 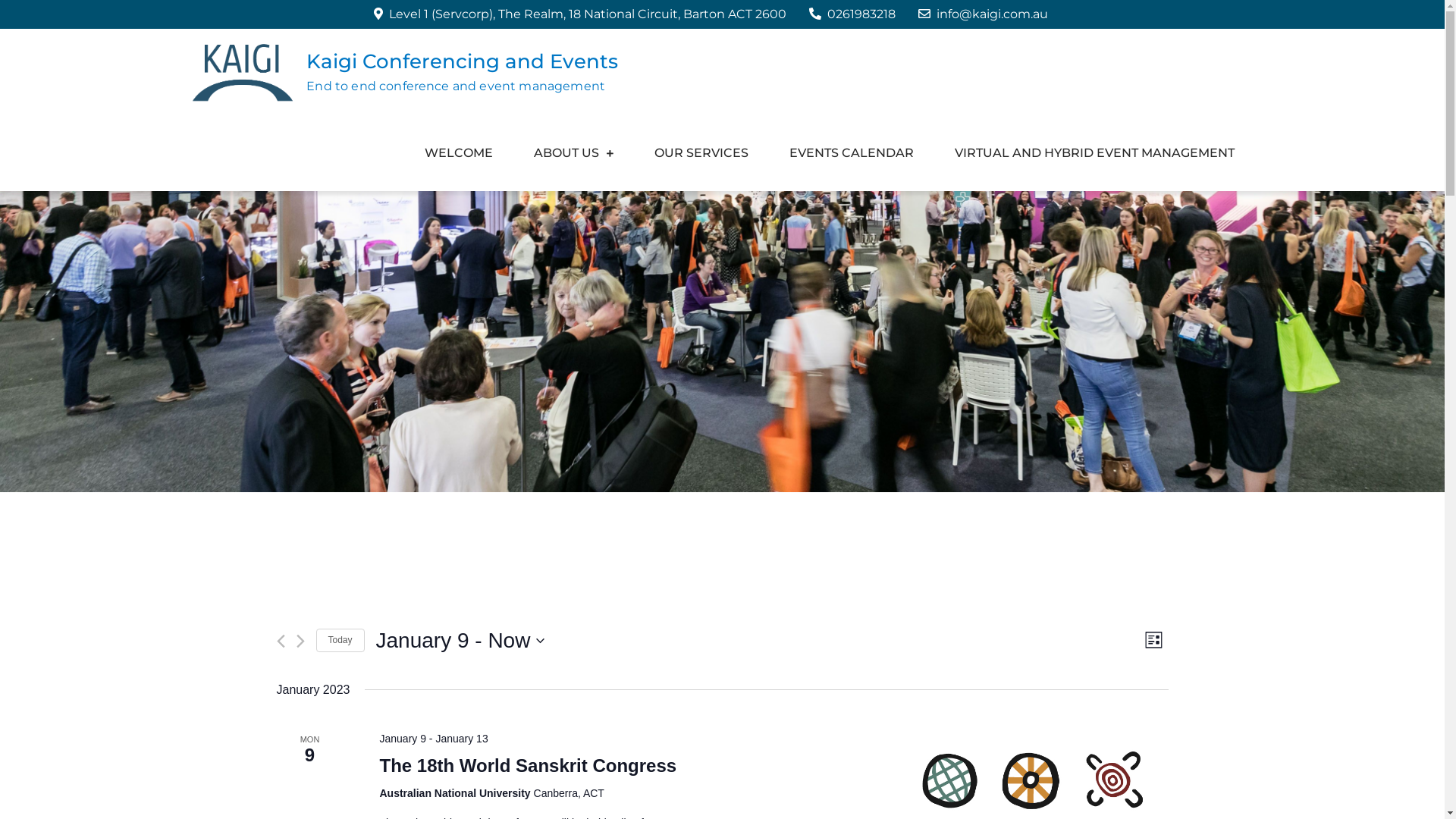 What do you see at coordinates (460, 640) in the screenshot?
I see `'January 9` at bounding box center [460, 640].